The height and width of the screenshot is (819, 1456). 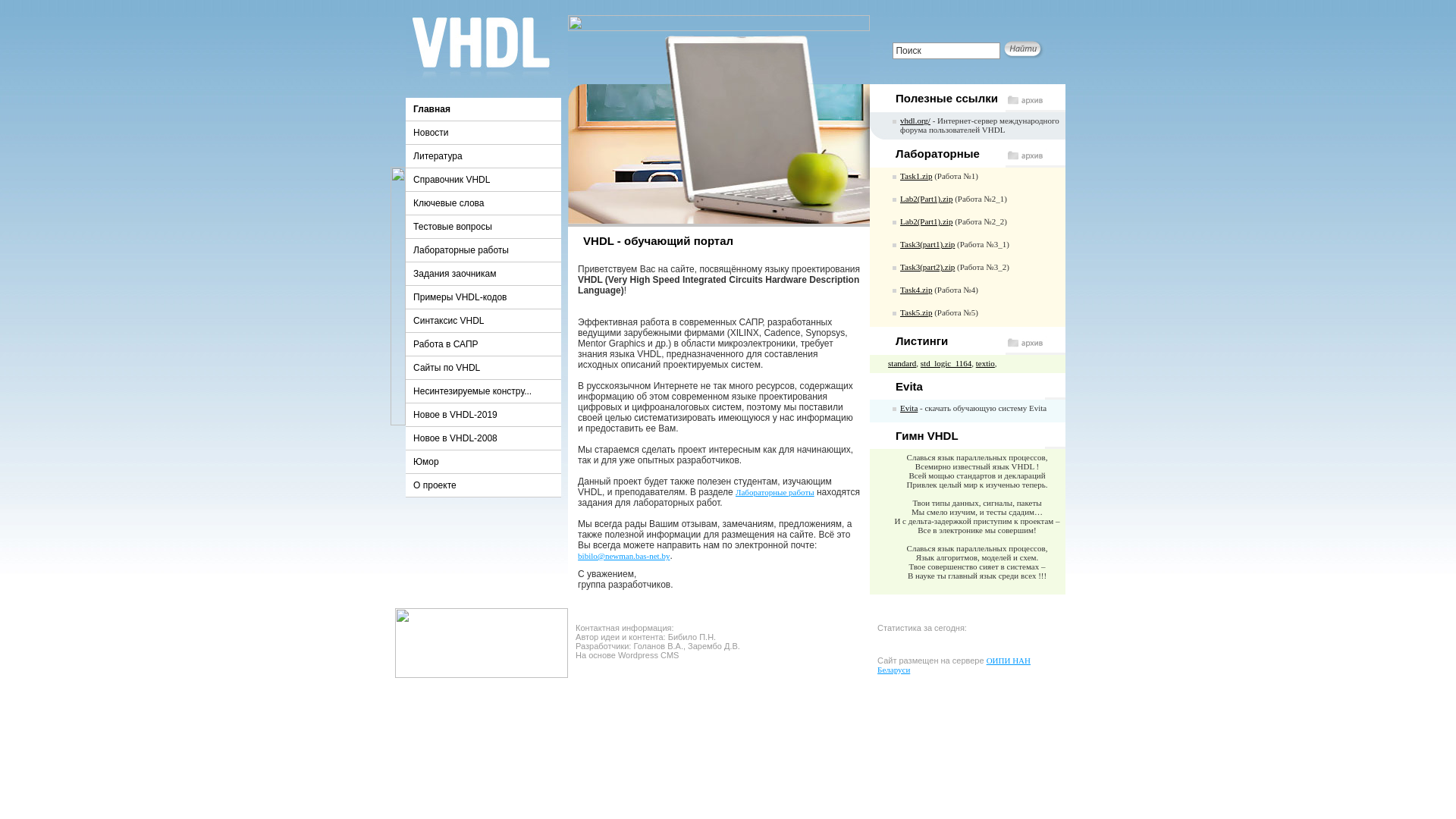 What do you see at coordinates (927, 243) in the screenshot?
I see `'Task3(part1).zip'` at bounding box center [927, 243].